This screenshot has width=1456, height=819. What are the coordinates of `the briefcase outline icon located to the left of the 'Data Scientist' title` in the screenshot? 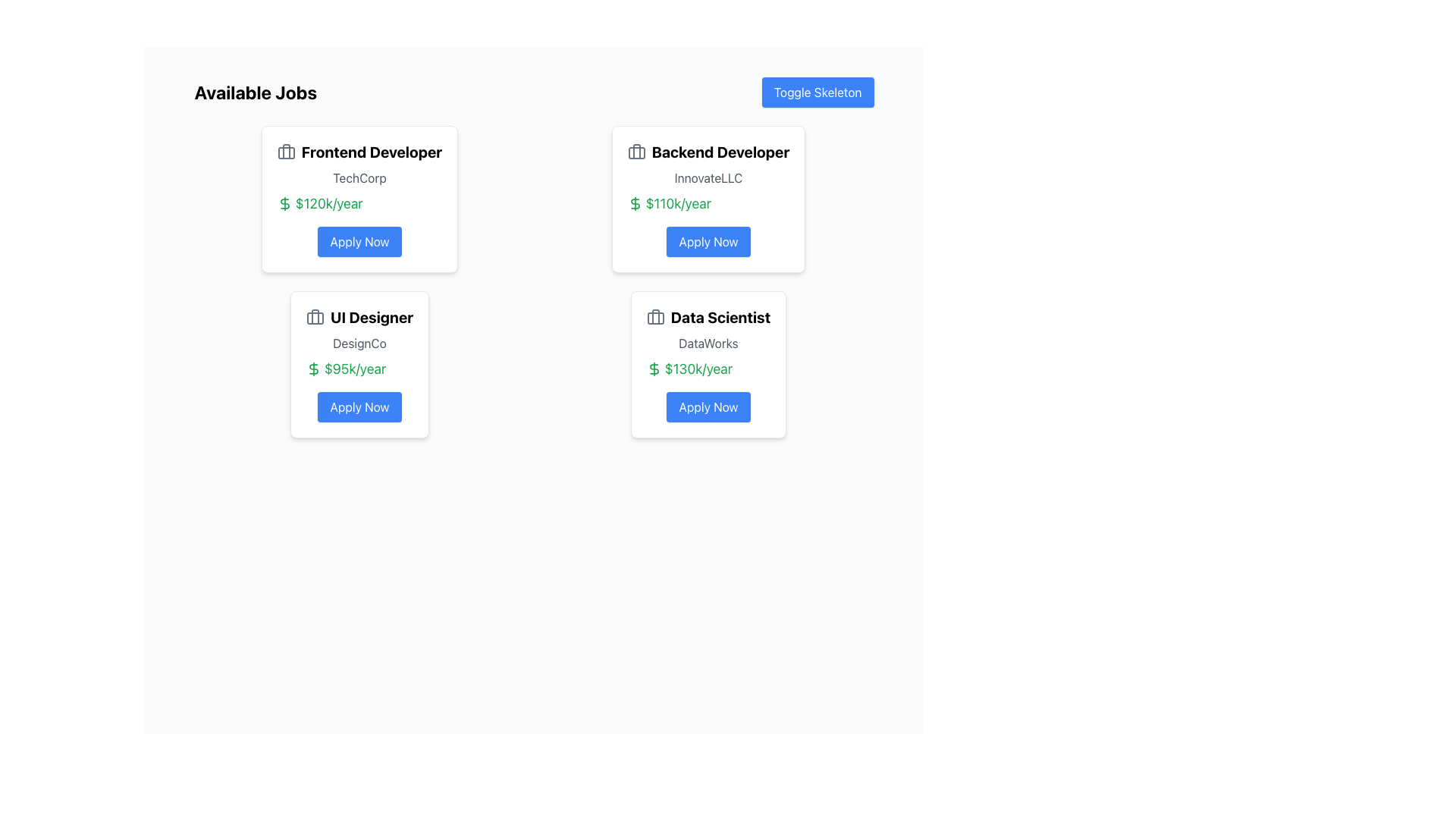 It's located at (655, 317).